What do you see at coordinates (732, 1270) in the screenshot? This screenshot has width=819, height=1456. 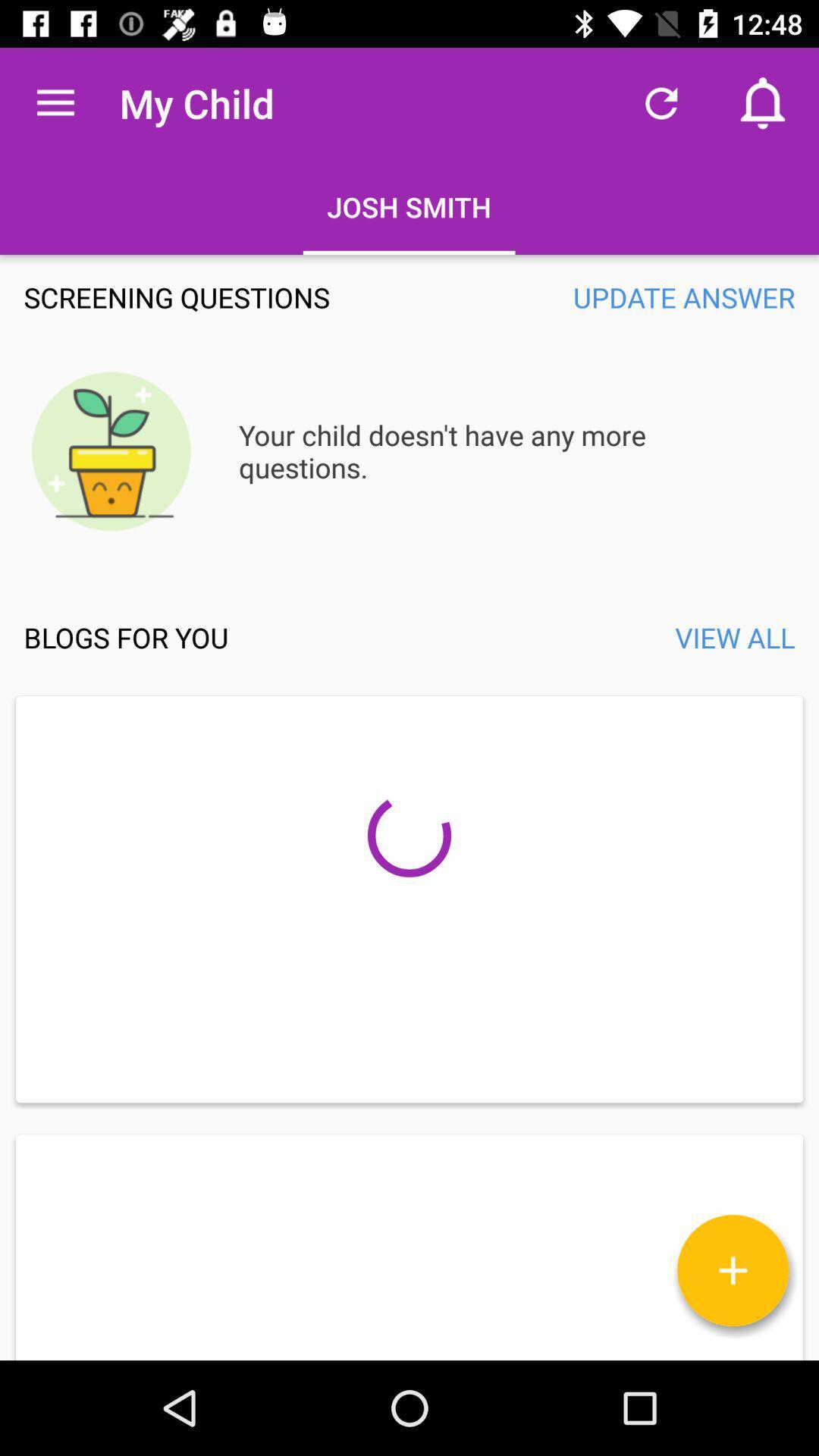 I see `the add icon` at bounding box center [732, 1270].